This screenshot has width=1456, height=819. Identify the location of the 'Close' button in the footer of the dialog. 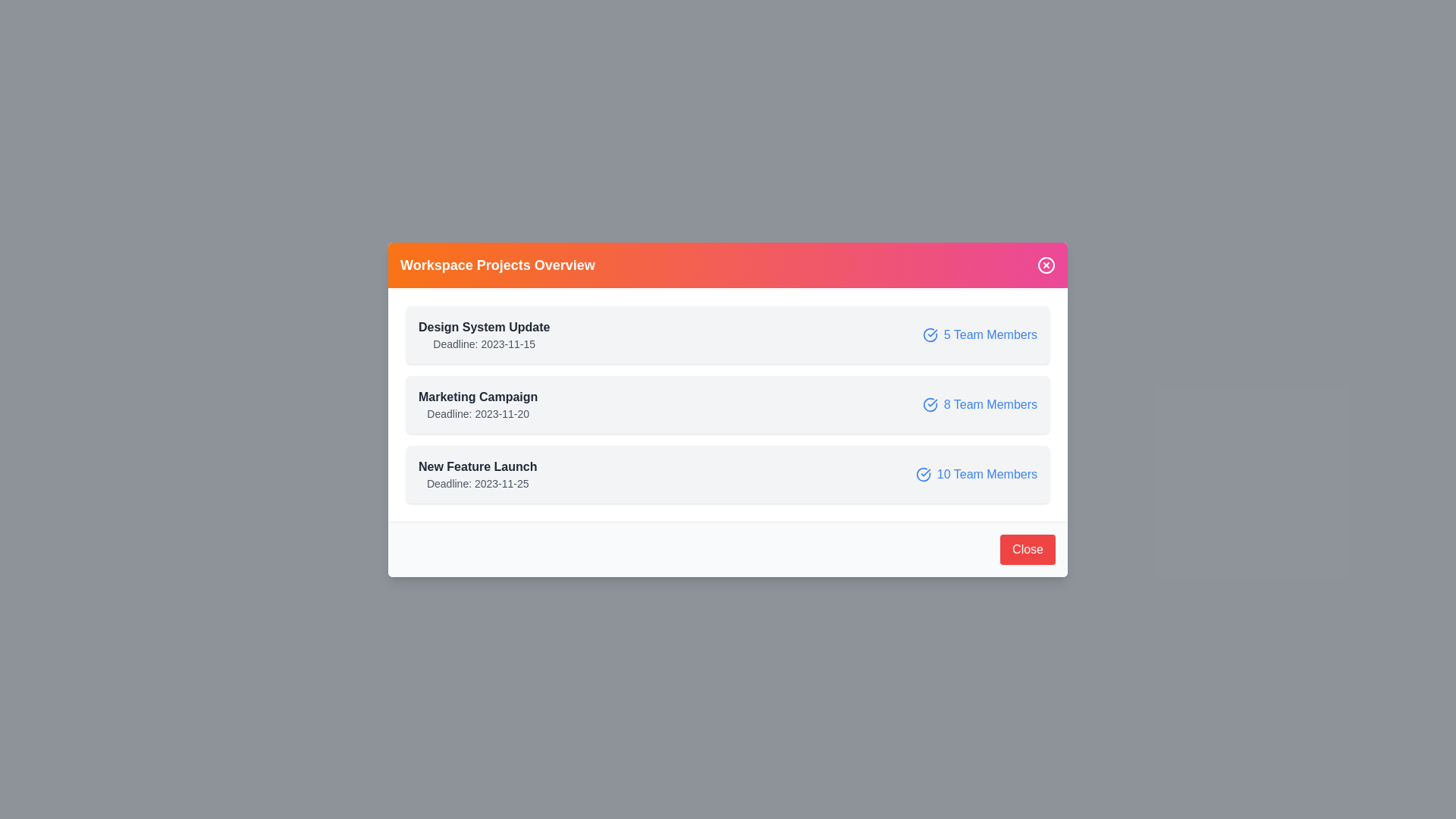
(1028, 549).